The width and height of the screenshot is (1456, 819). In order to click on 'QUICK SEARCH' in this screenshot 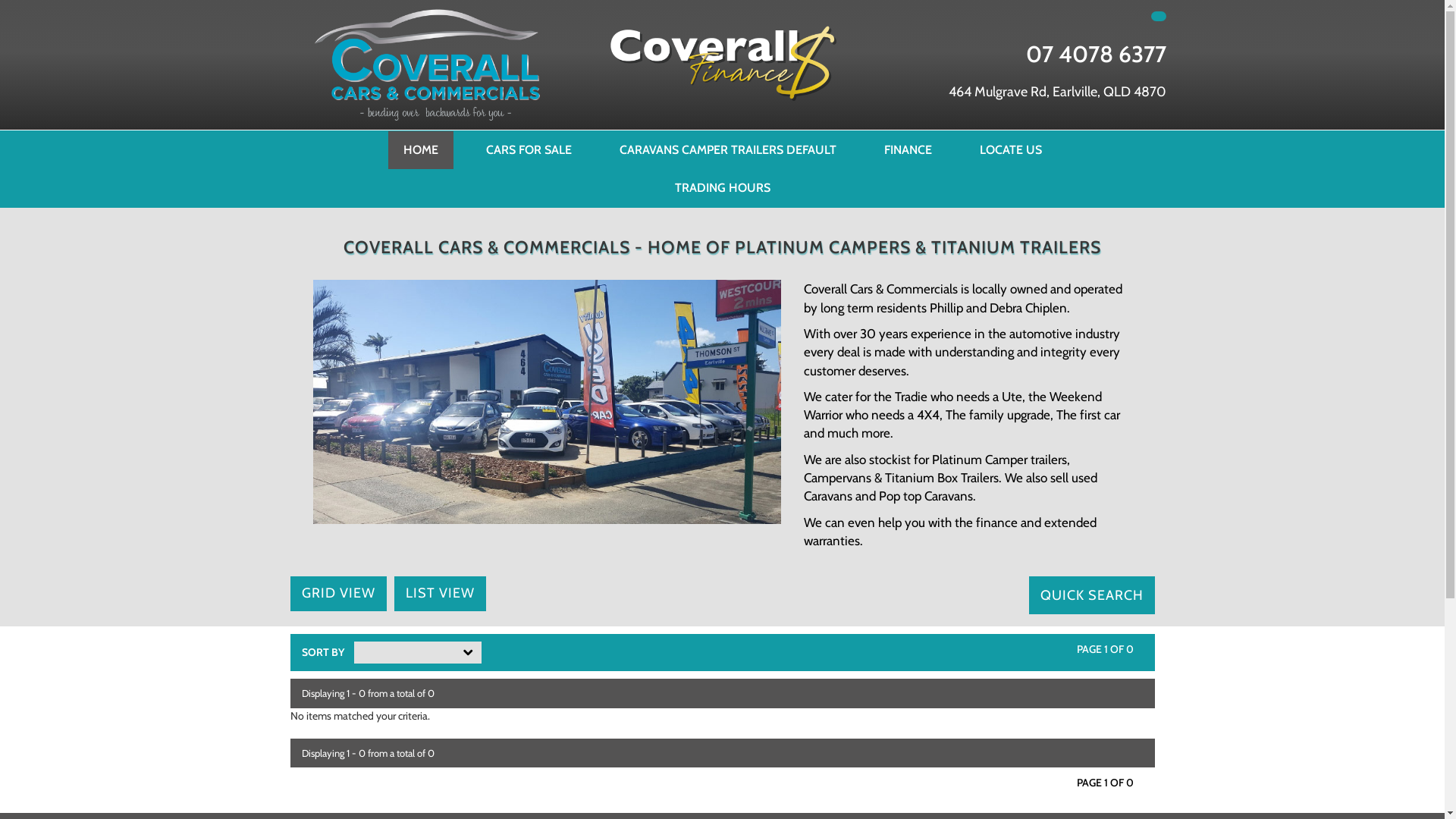, I will do `click(1028, 595)`.